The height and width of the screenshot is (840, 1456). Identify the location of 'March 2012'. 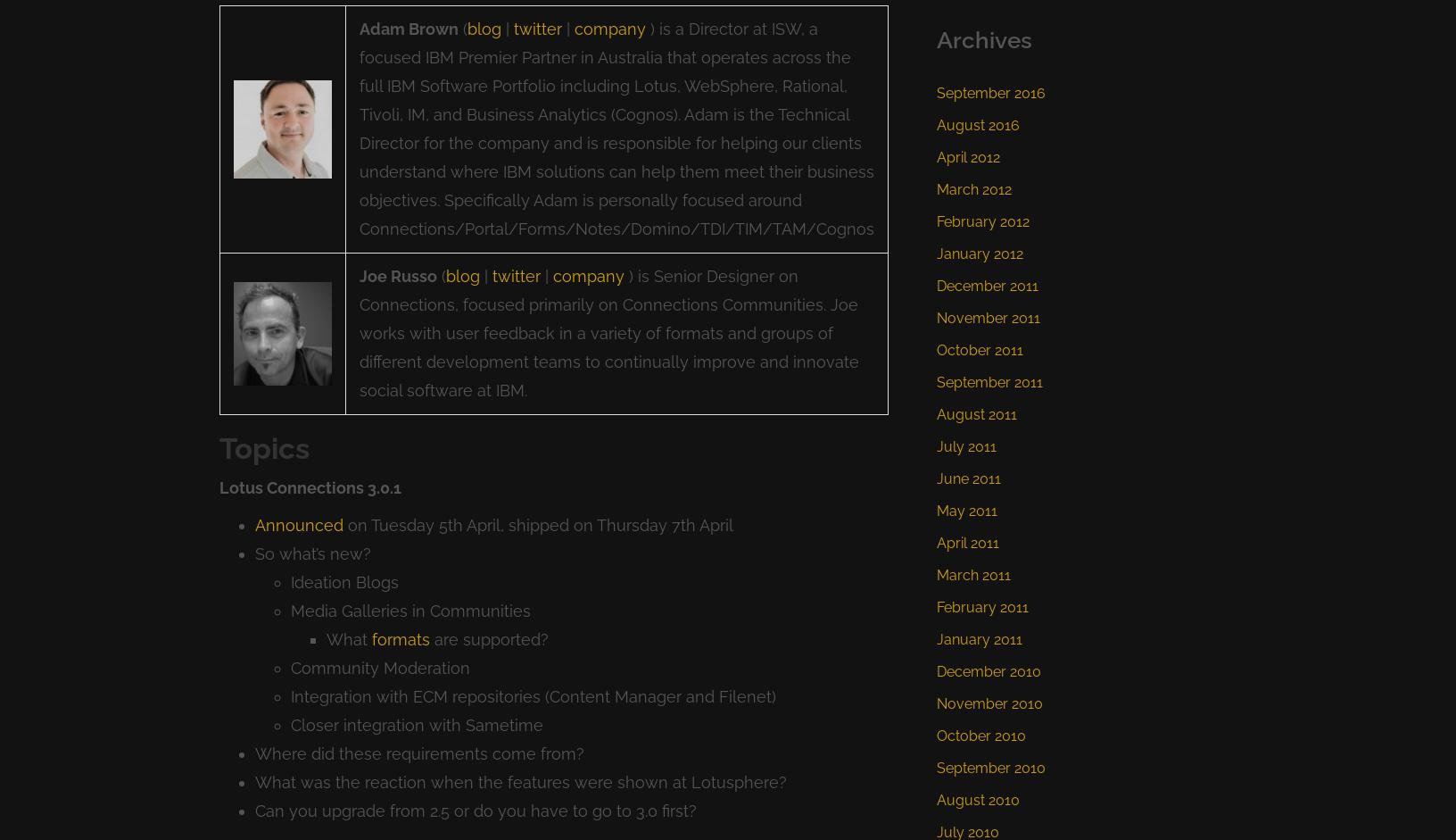
(972, 188).